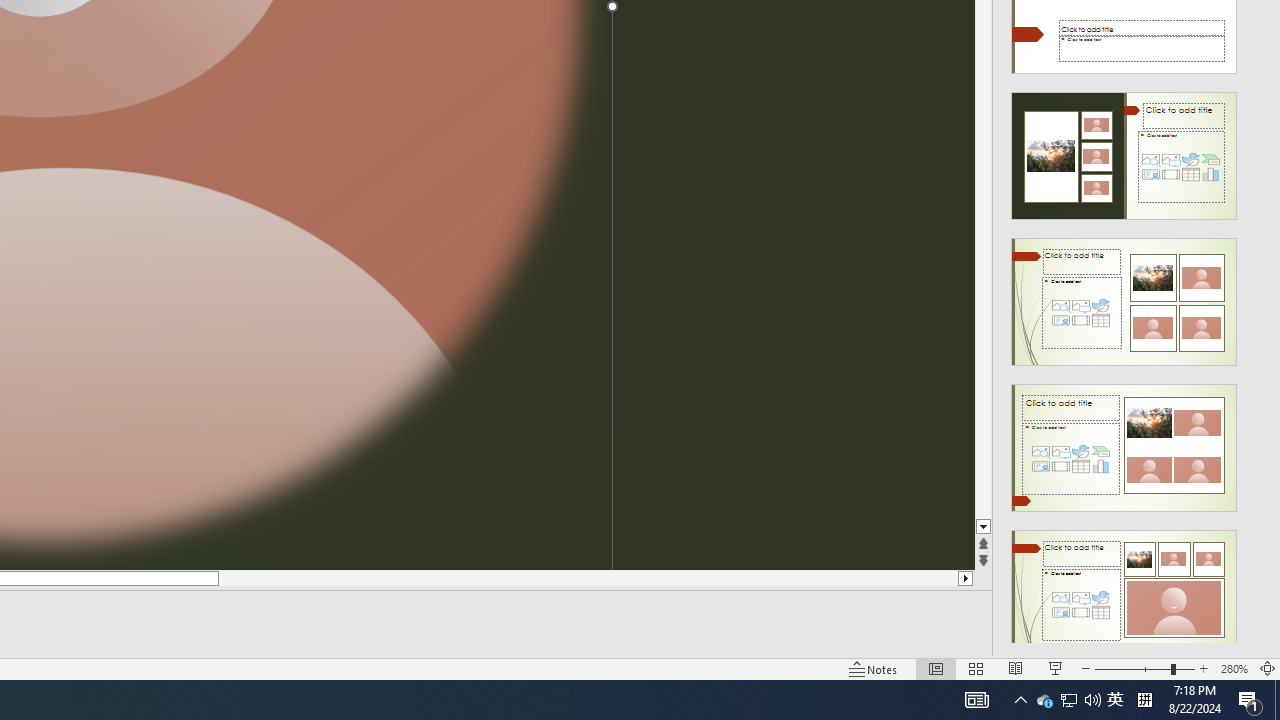  Describe the element at coordinates (1266, 669) in the screenshot. I see `'Zoom to Fit '` at that location.